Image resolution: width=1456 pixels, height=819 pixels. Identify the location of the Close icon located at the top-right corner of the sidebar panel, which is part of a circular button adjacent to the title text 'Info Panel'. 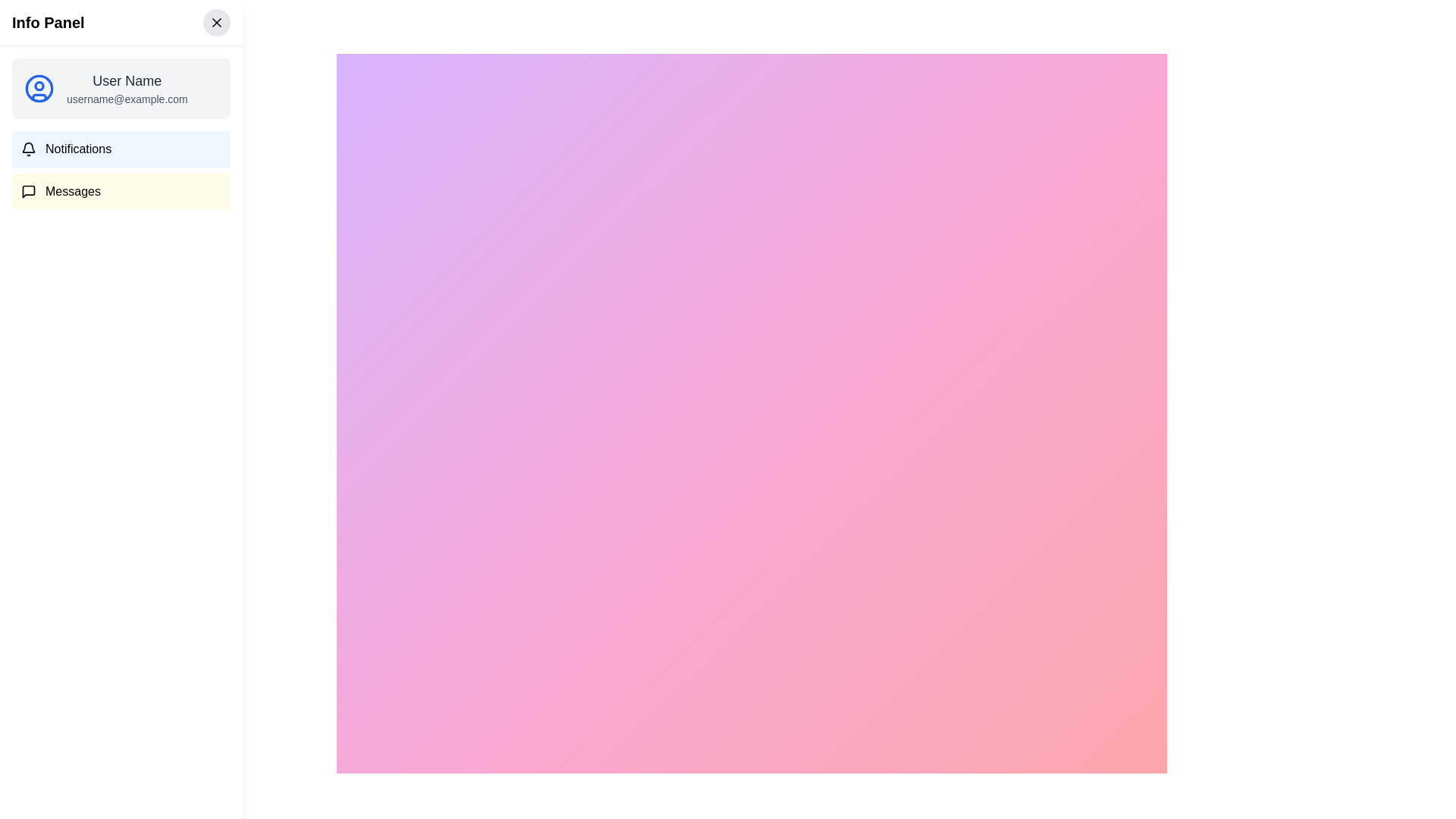
(216, 23).